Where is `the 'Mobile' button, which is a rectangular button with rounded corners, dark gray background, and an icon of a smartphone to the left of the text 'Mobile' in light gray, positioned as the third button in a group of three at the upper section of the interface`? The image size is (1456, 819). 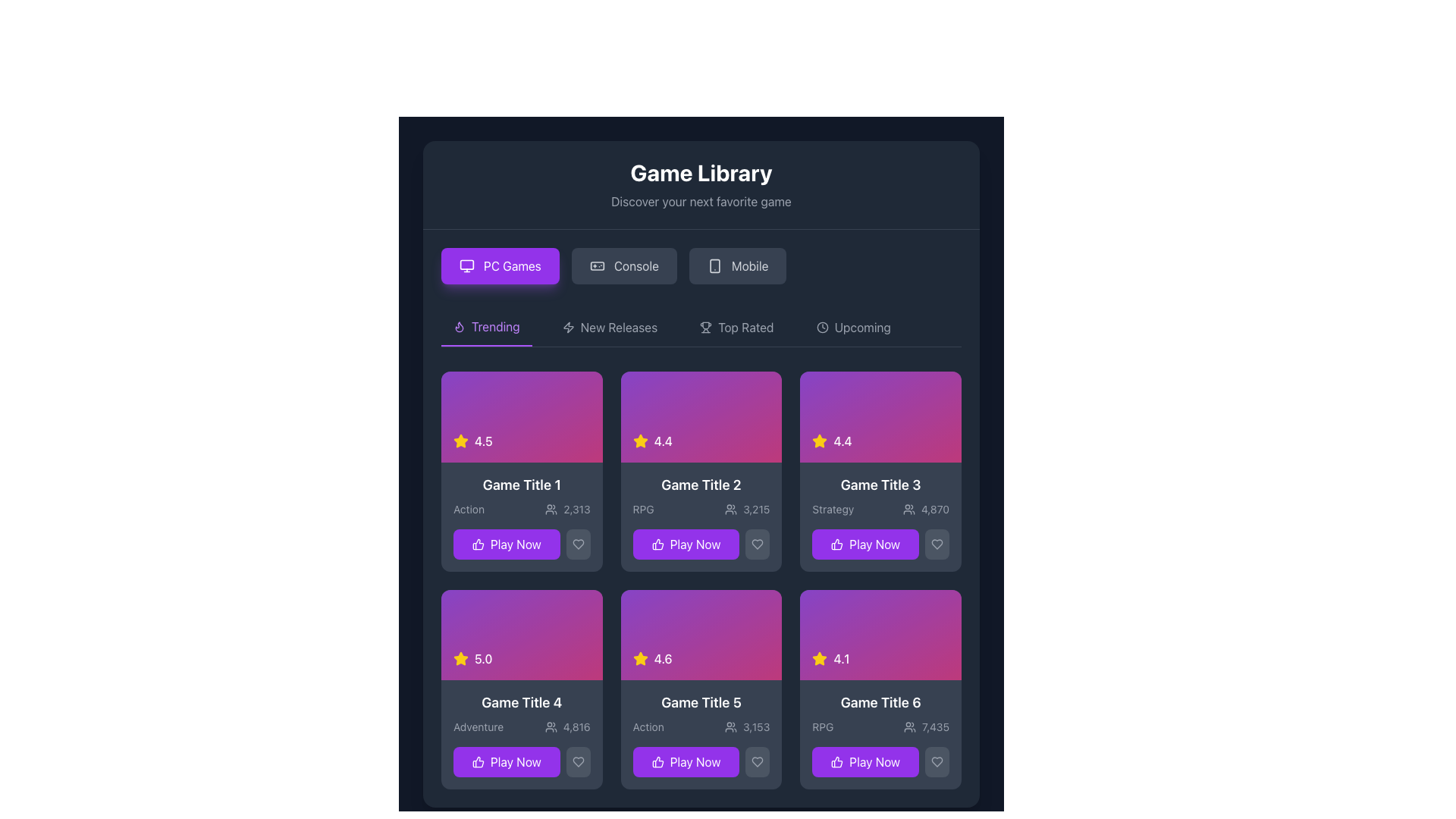
the 'Mobile' button, which is a rectangular button with rounded corners, dark gray background, and an icon of a smartphone to the left of the text 'Mobile' in light gray, positioned as the third button in a group of three at the upper section of the interface is located at coordinates (738, 265).